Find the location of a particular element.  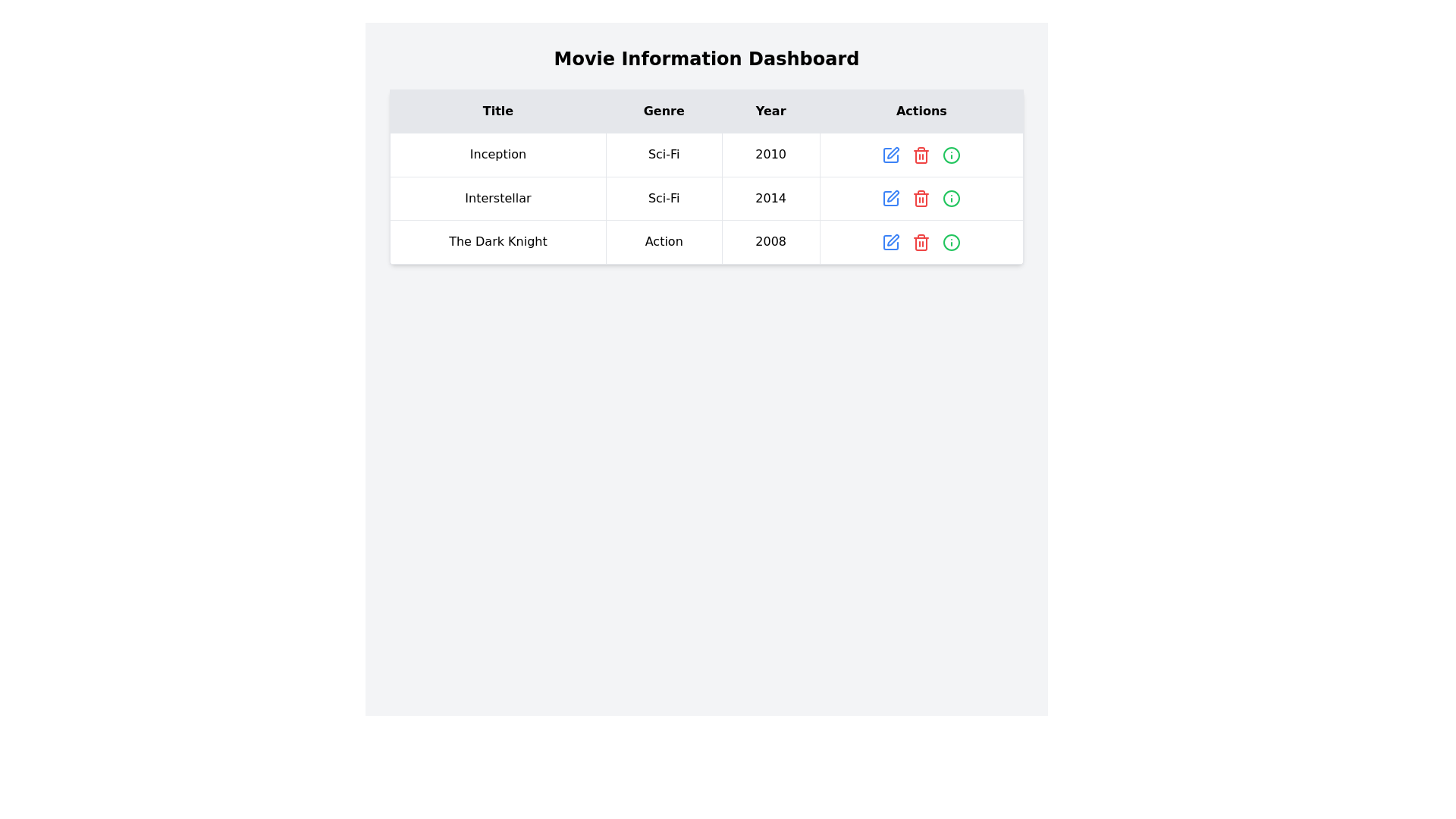

the Icon button in the Actions column of the third row that provides additional information about 'The Dark Knight' is located at coordinates (951, 241).